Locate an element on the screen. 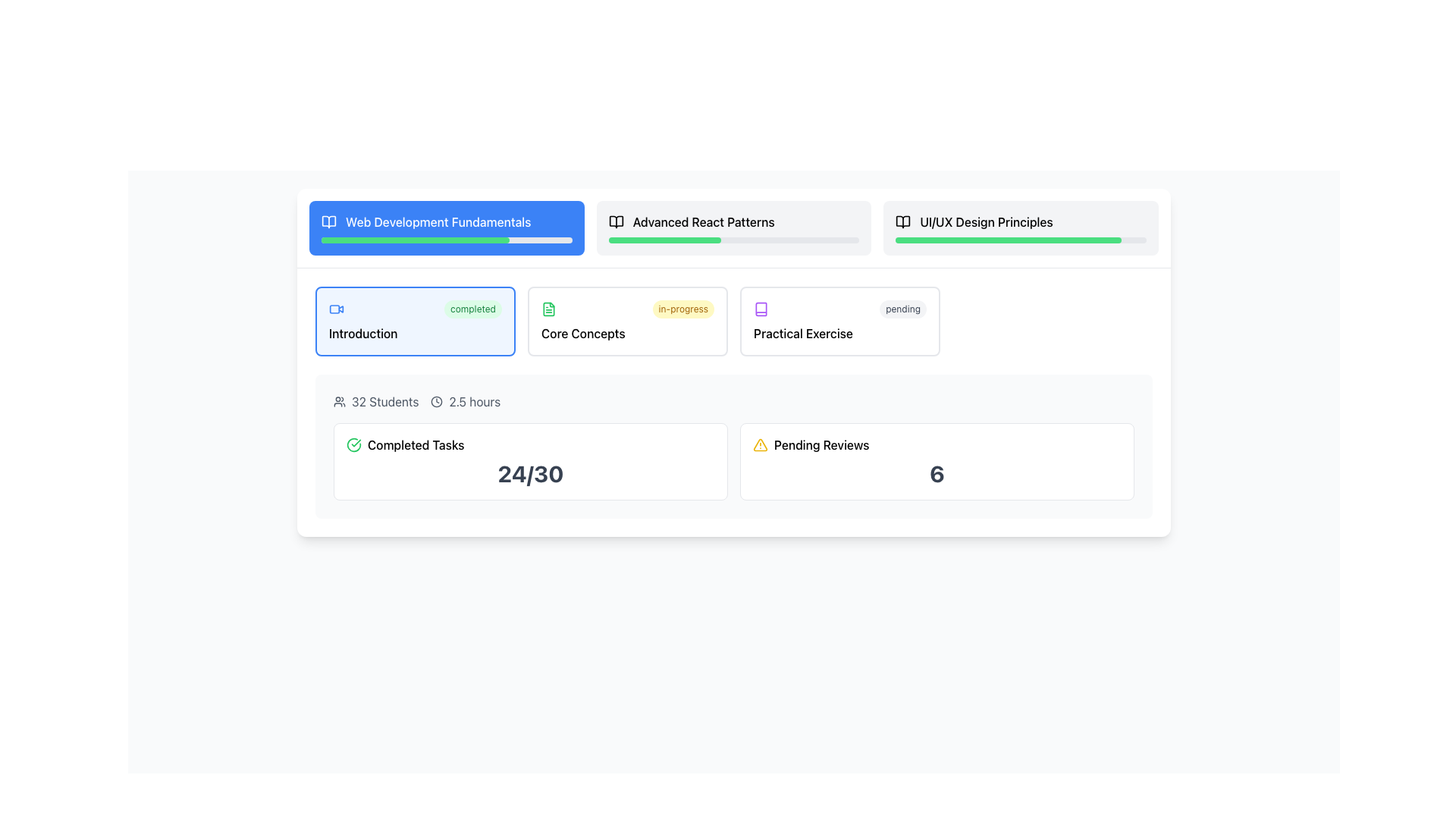 The height and width of the screenshot is (819, 1456). text label indicating the name of the learning module or exercise, which is positioned below an icon and a 'pending' label within a bordered card structure is located at coordinates (839, 332).